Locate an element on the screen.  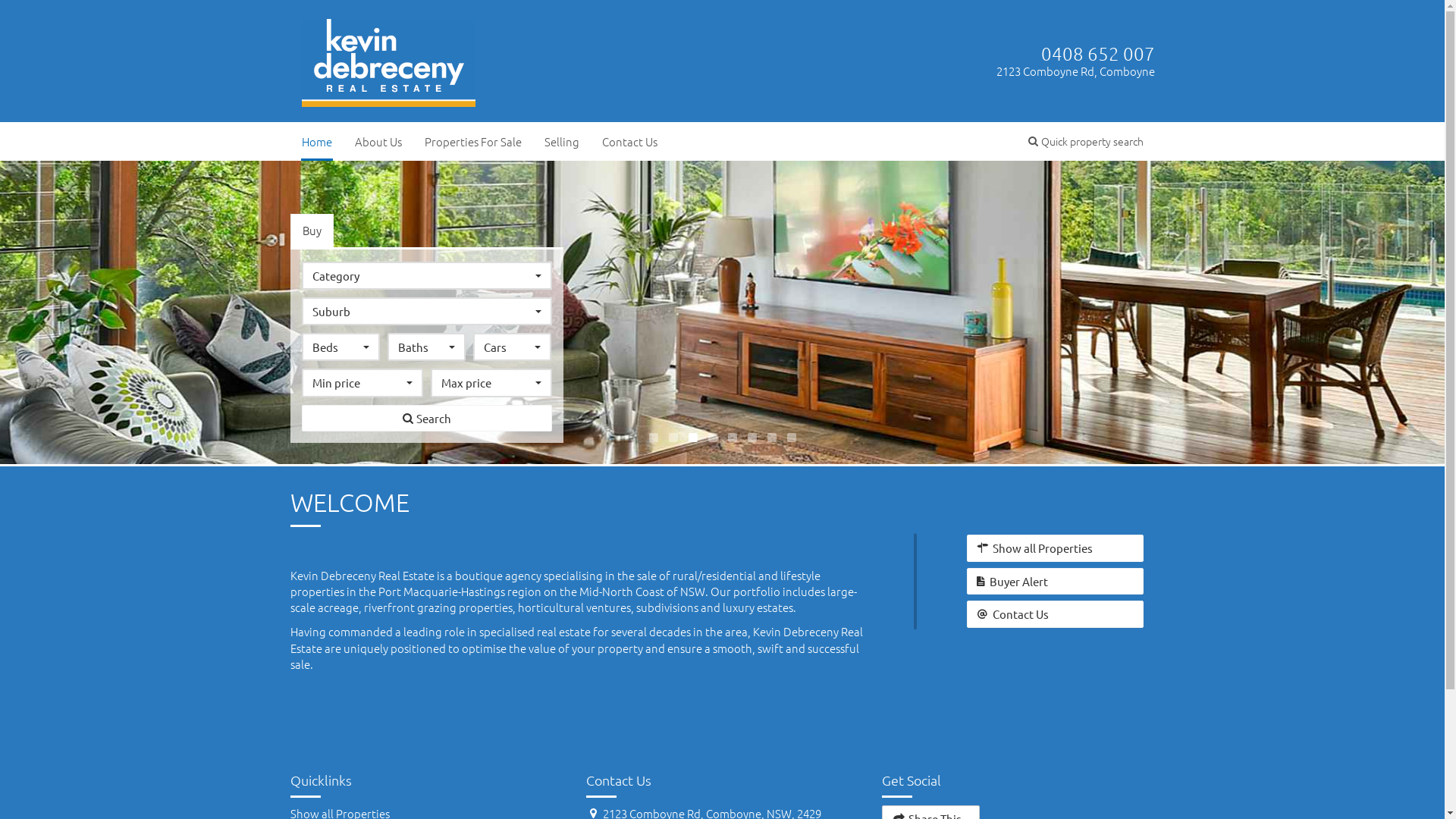
'Contact Us' is located at coordinates (629, 141).